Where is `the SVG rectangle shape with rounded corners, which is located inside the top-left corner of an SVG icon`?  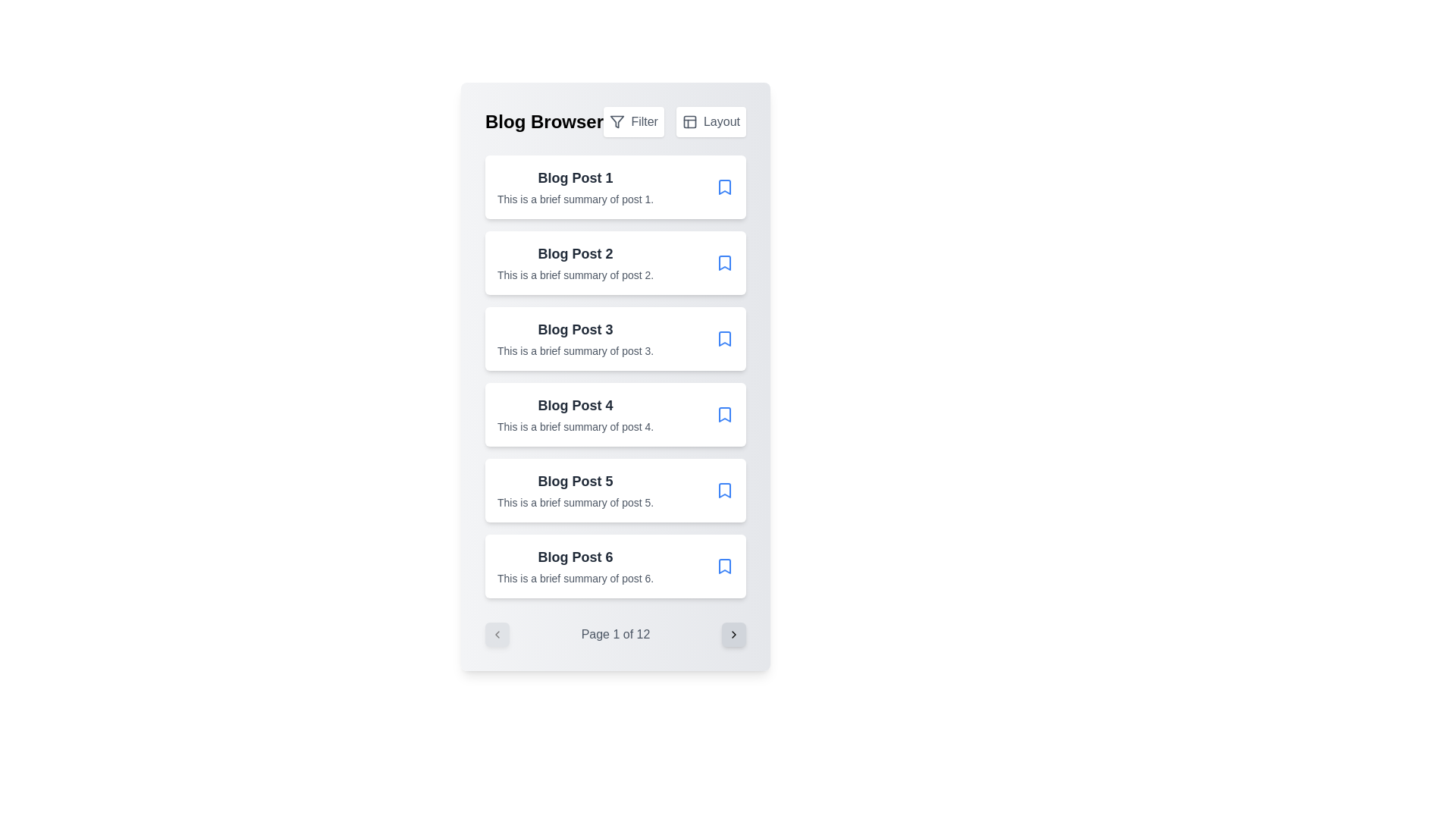 the SVG rectangle shape with rounded corners, which is located inside the top-left corner of an SVG icon is located at coordinates (689, 121).